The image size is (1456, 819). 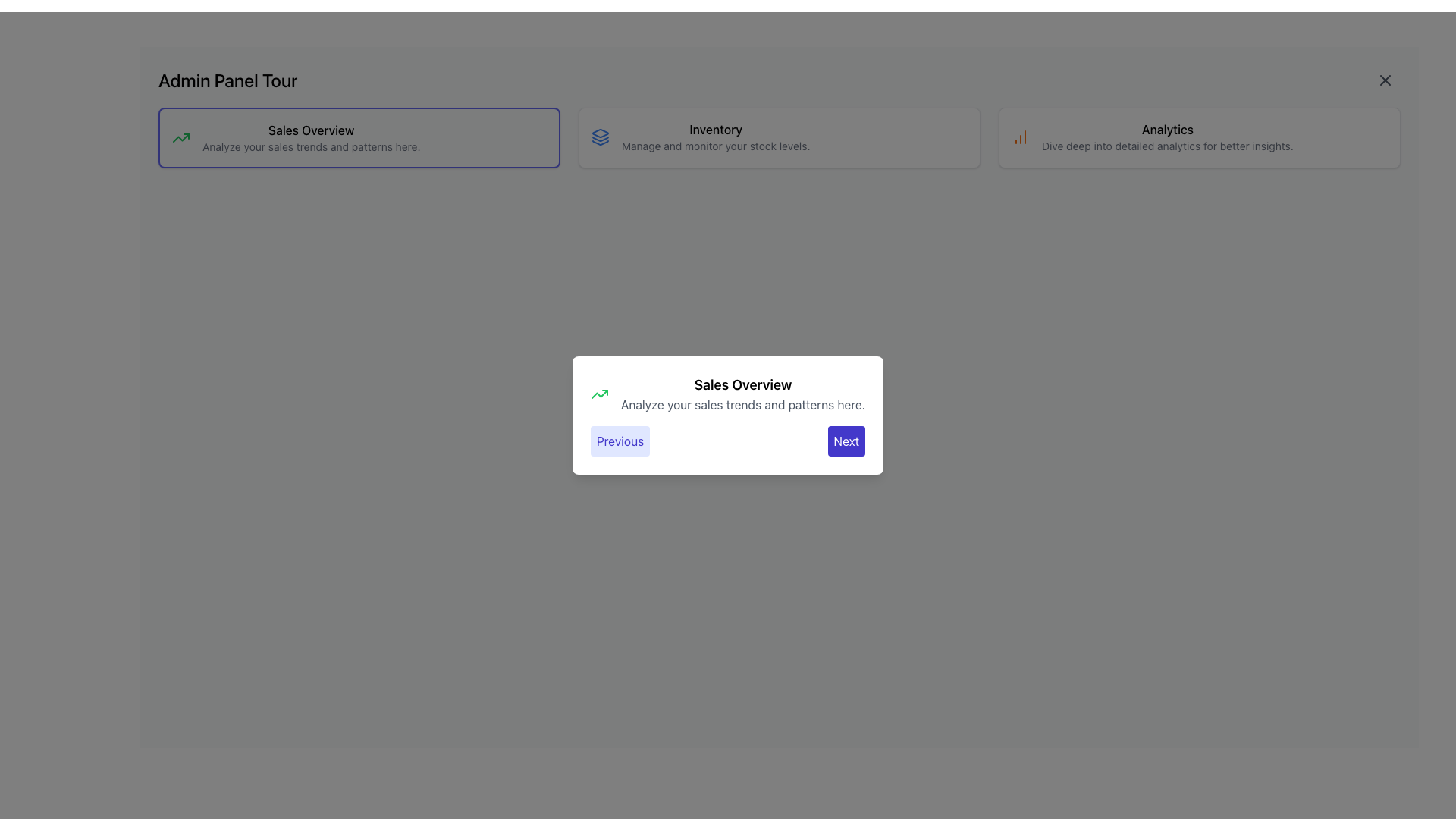 What do you see at coordinates (359, 137) in the screenshot?
I see `the Informational Card located in the top left of the grid layout, which provides insights on sales data and trends` at bounding box center [359, 137].